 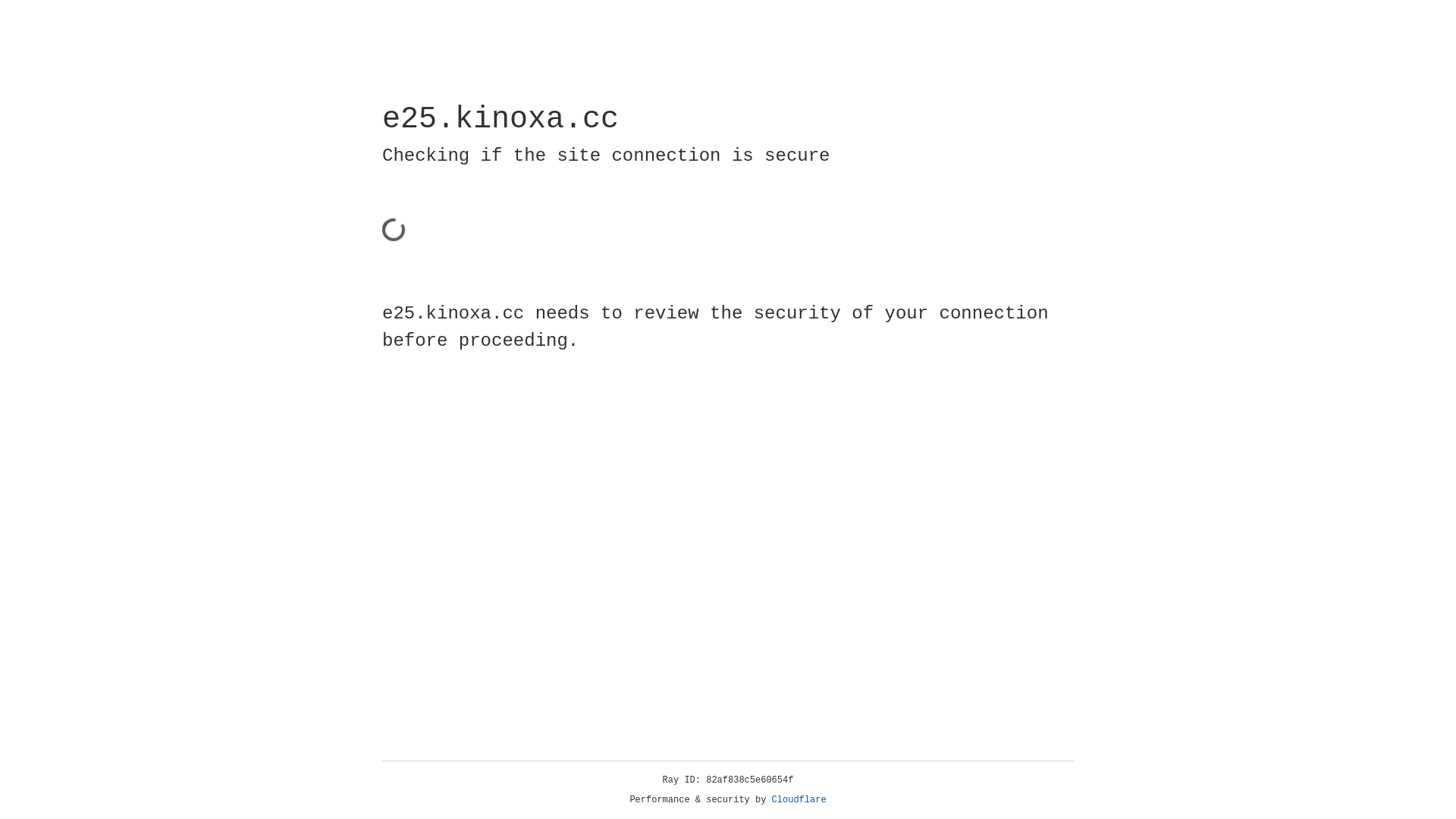 I want to click on 'Cloudflare', so click(x=799, y=799).